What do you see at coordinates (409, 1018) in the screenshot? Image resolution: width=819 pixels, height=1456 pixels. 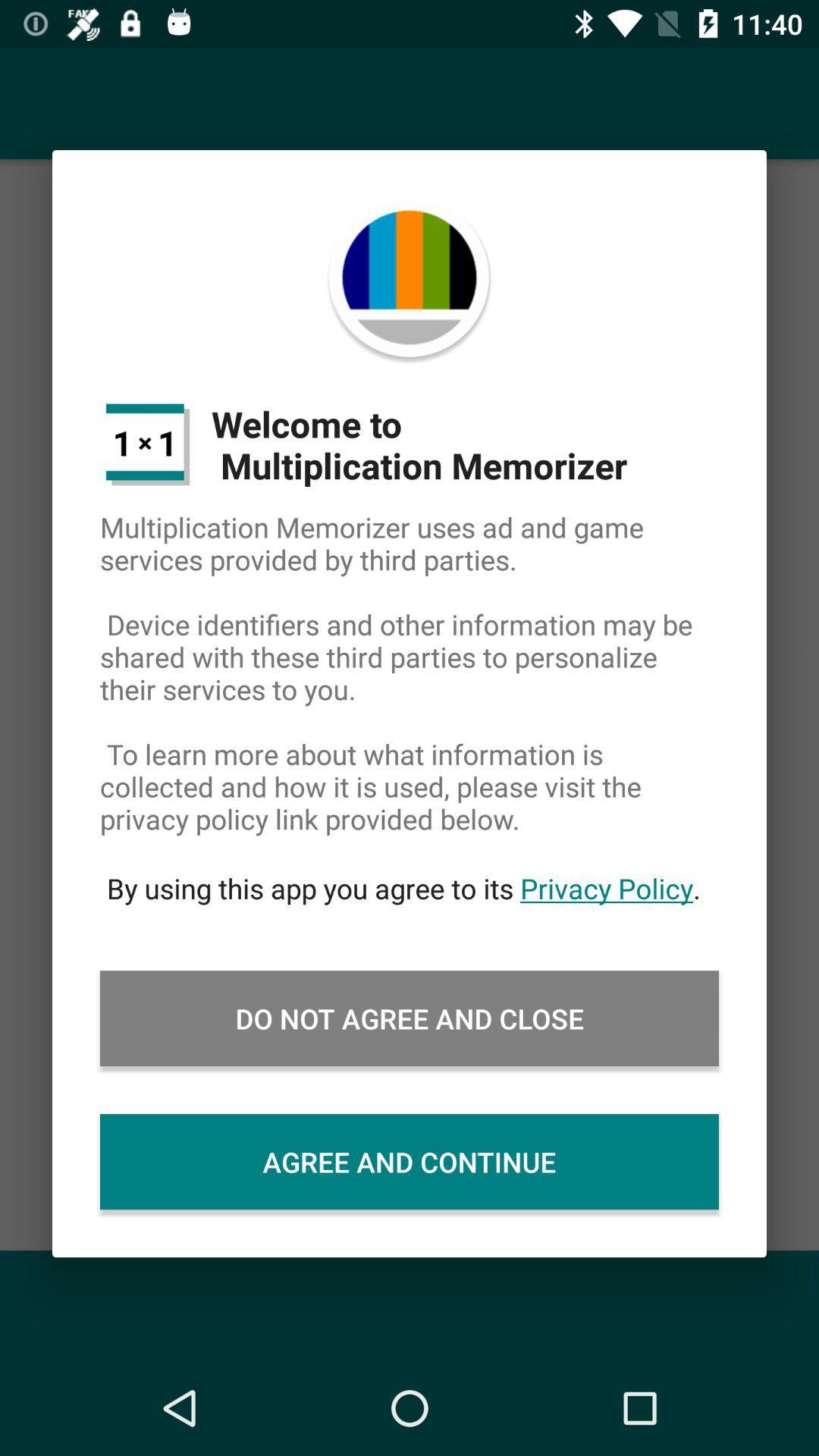 I see `do not agree` at bounding box center [409, 1018].